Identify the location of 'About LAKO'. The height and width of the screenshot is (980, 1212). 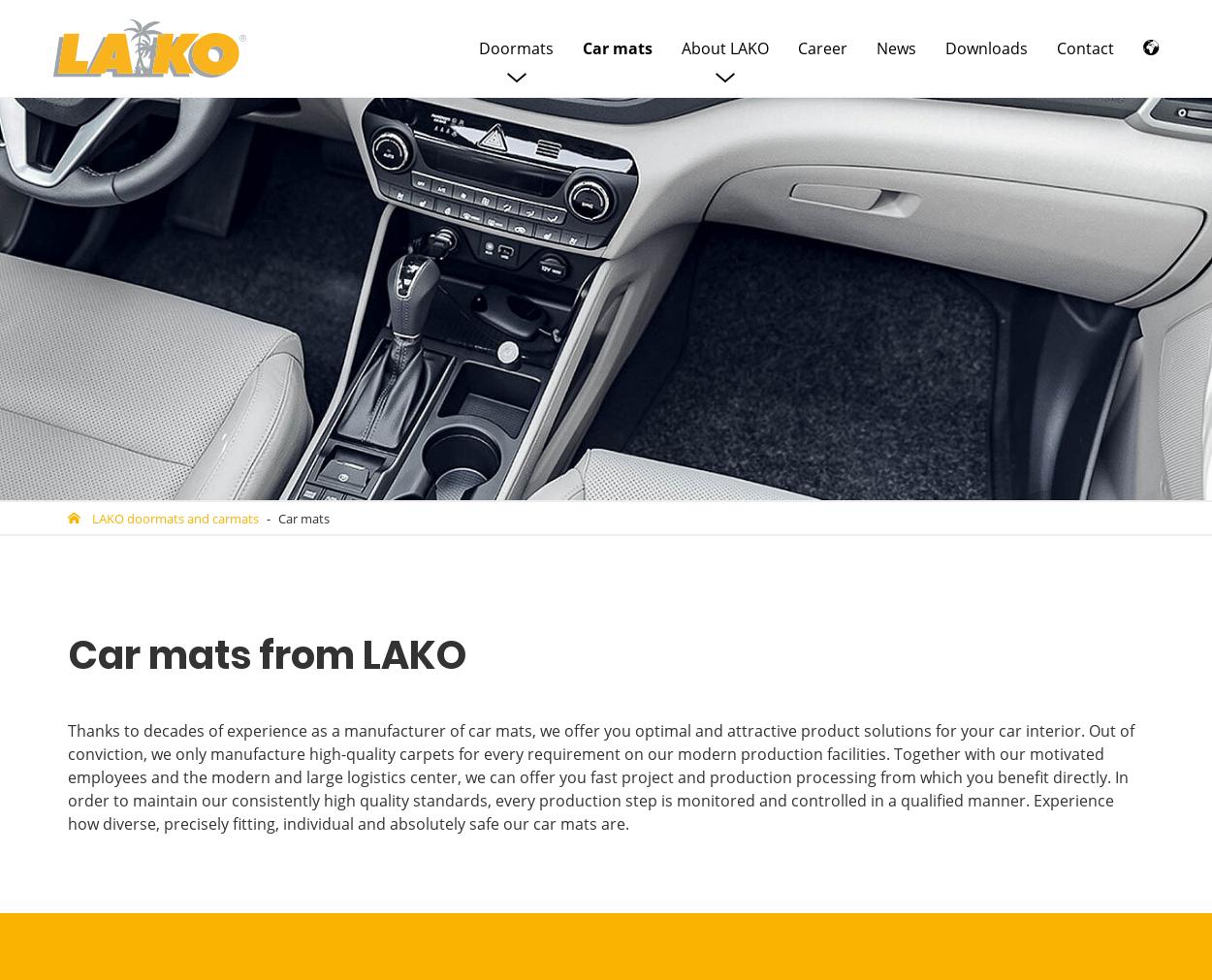
(724, 47).